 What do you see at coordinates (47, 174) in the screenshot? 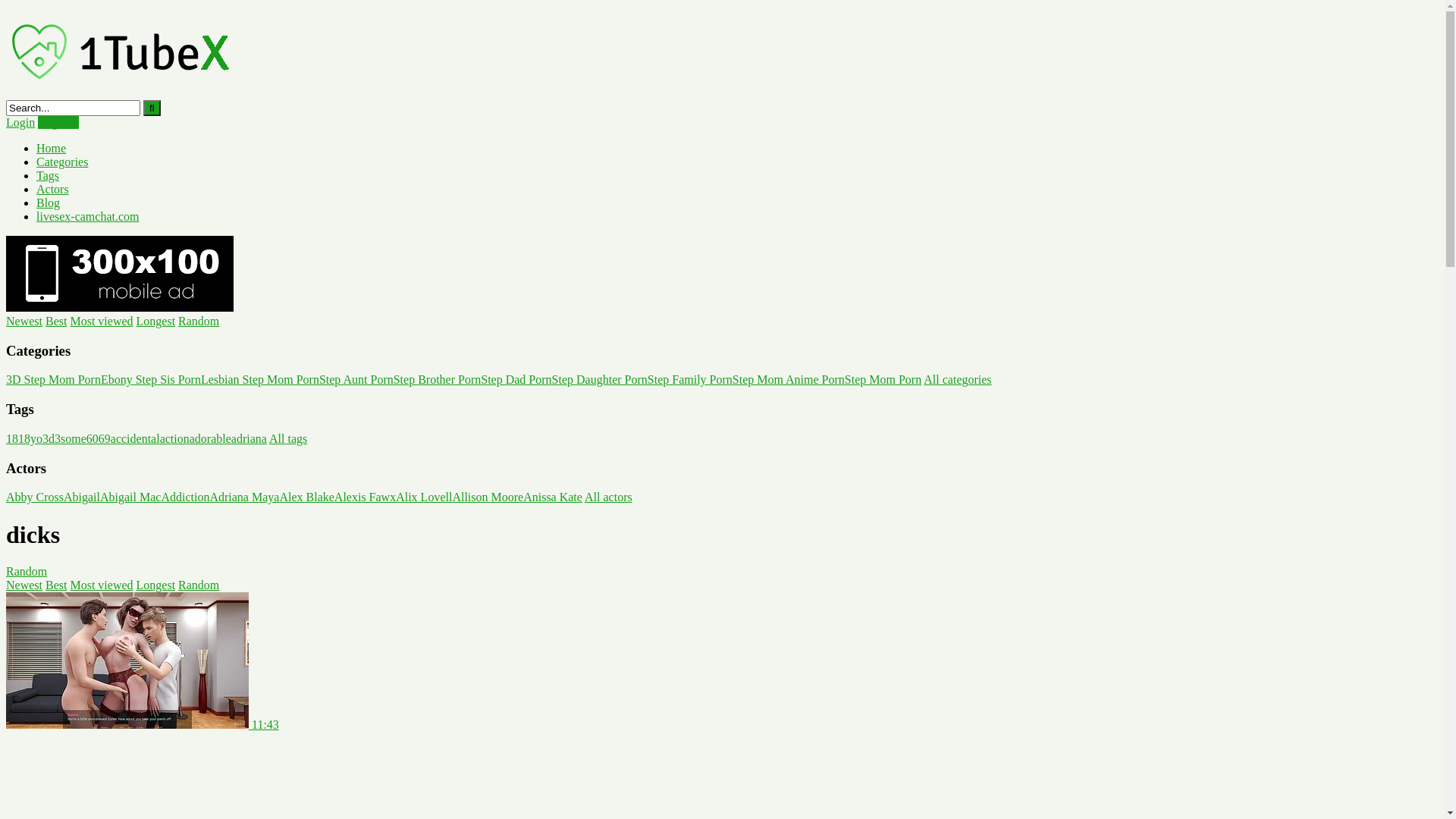
I see `'Tags'` at bounding box center [47, 174].